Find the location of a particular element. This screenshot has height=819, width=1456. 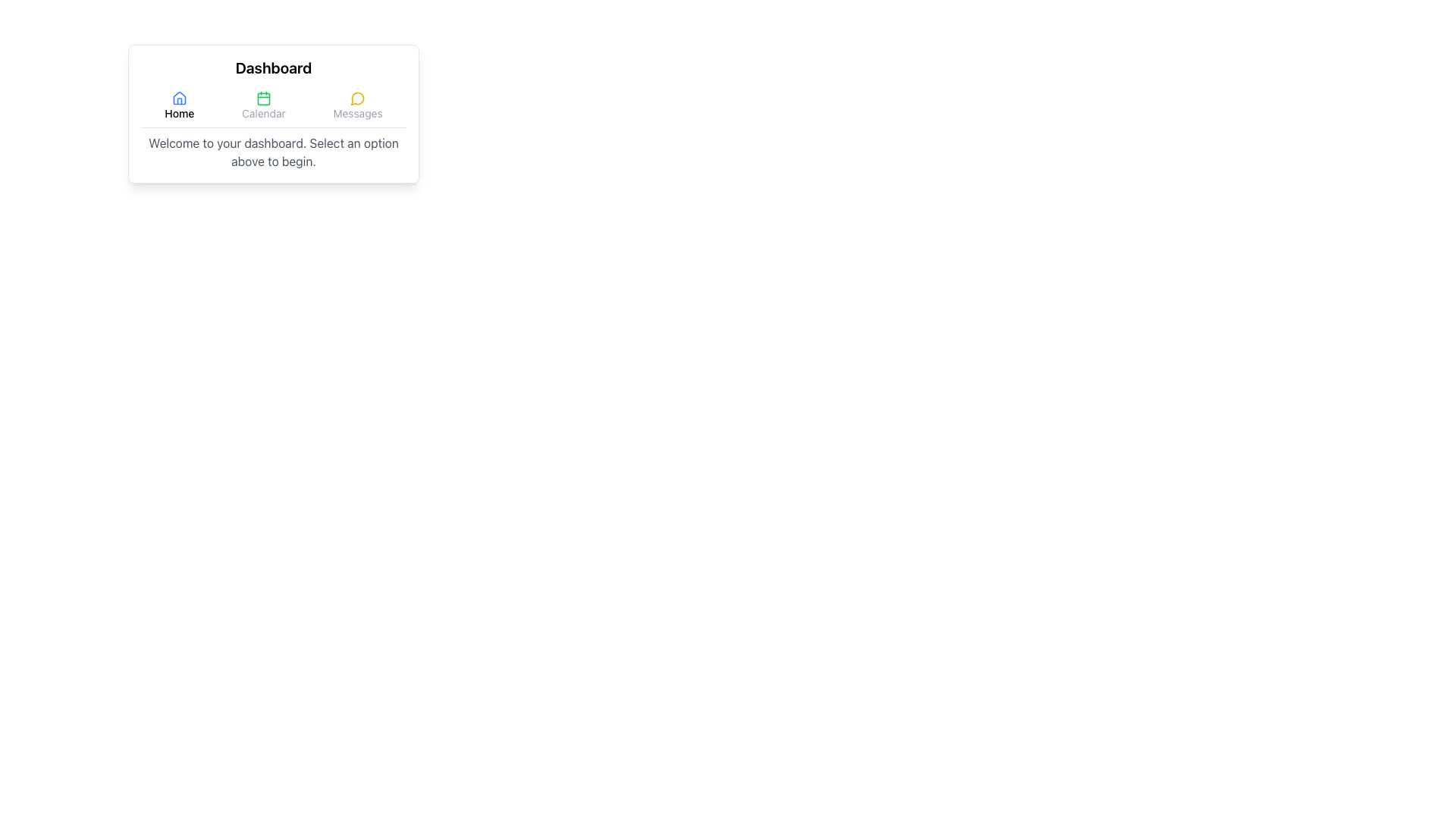

the 'Messages' navigation button located in the top-right part of the navigation bar is located at coordinates (357, 105).